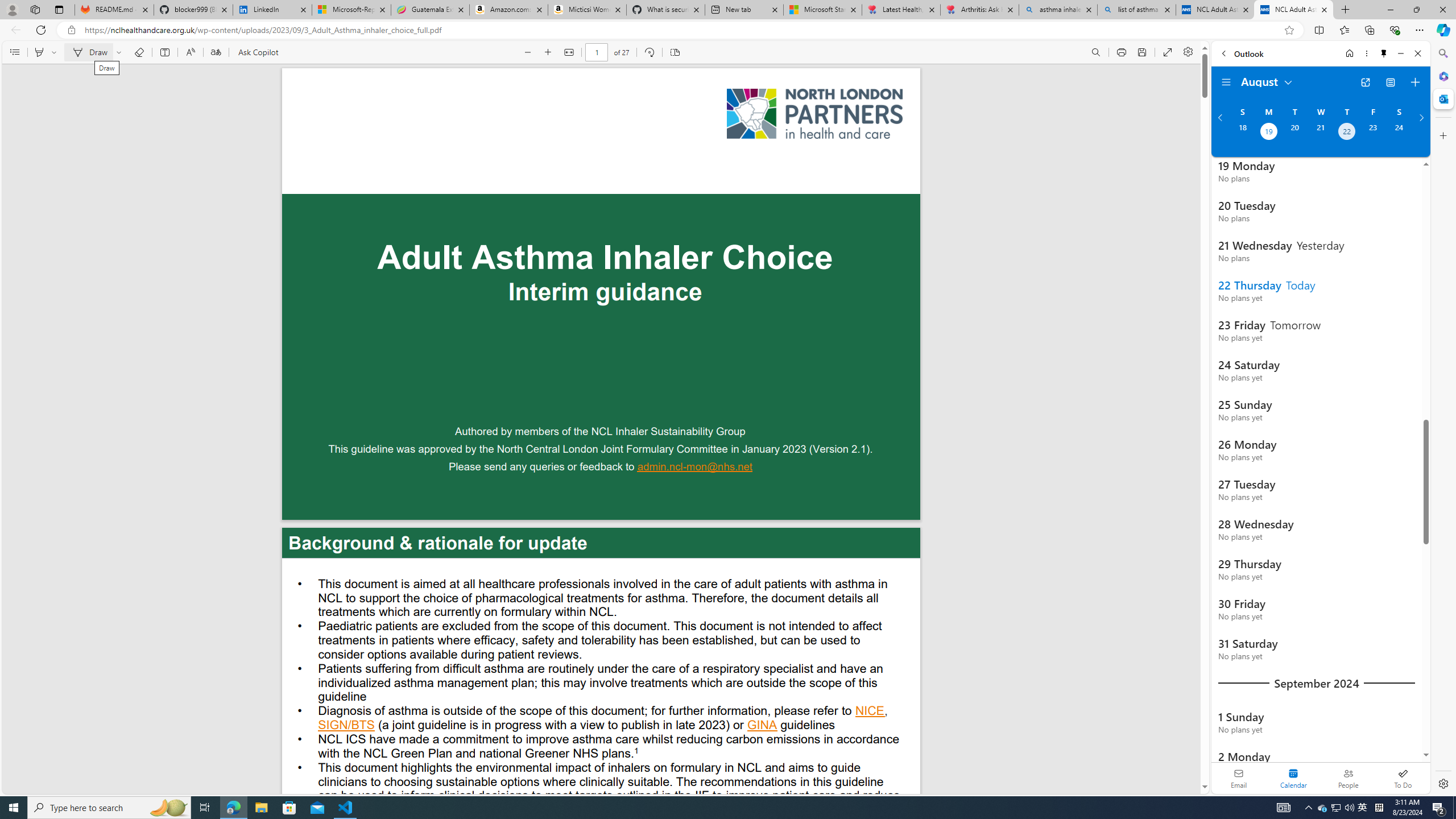 The image size is (1456, 819). I want to click on 'GINA ', so click(762, 726).